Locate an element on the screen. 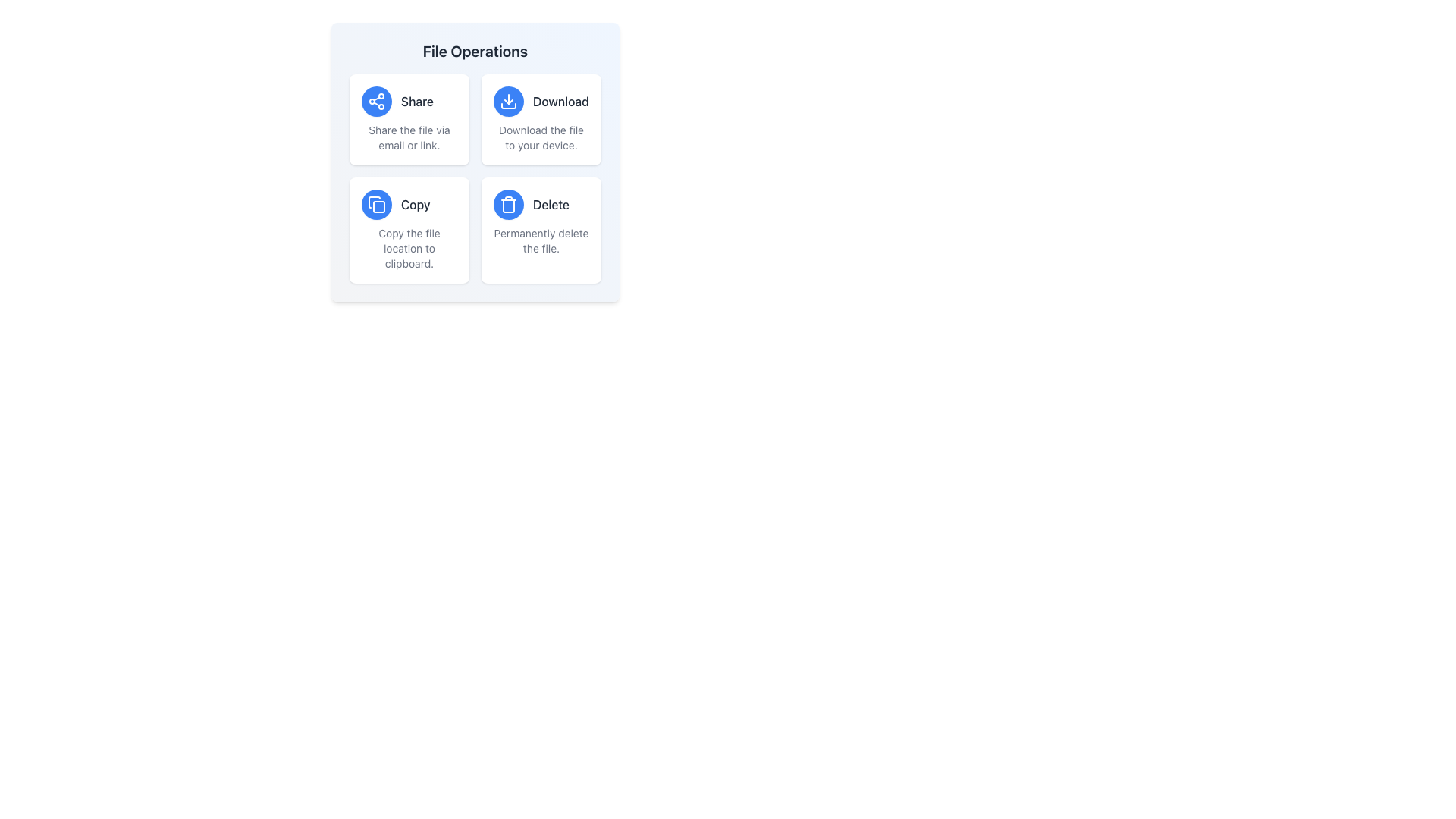 This screenshot has width=1456, height=819. informative purpose of the text label that reads 'Permanently delete the file.' located within the 'Delete' card in the 'File Operations' grid is located at coordinates (541, 240).